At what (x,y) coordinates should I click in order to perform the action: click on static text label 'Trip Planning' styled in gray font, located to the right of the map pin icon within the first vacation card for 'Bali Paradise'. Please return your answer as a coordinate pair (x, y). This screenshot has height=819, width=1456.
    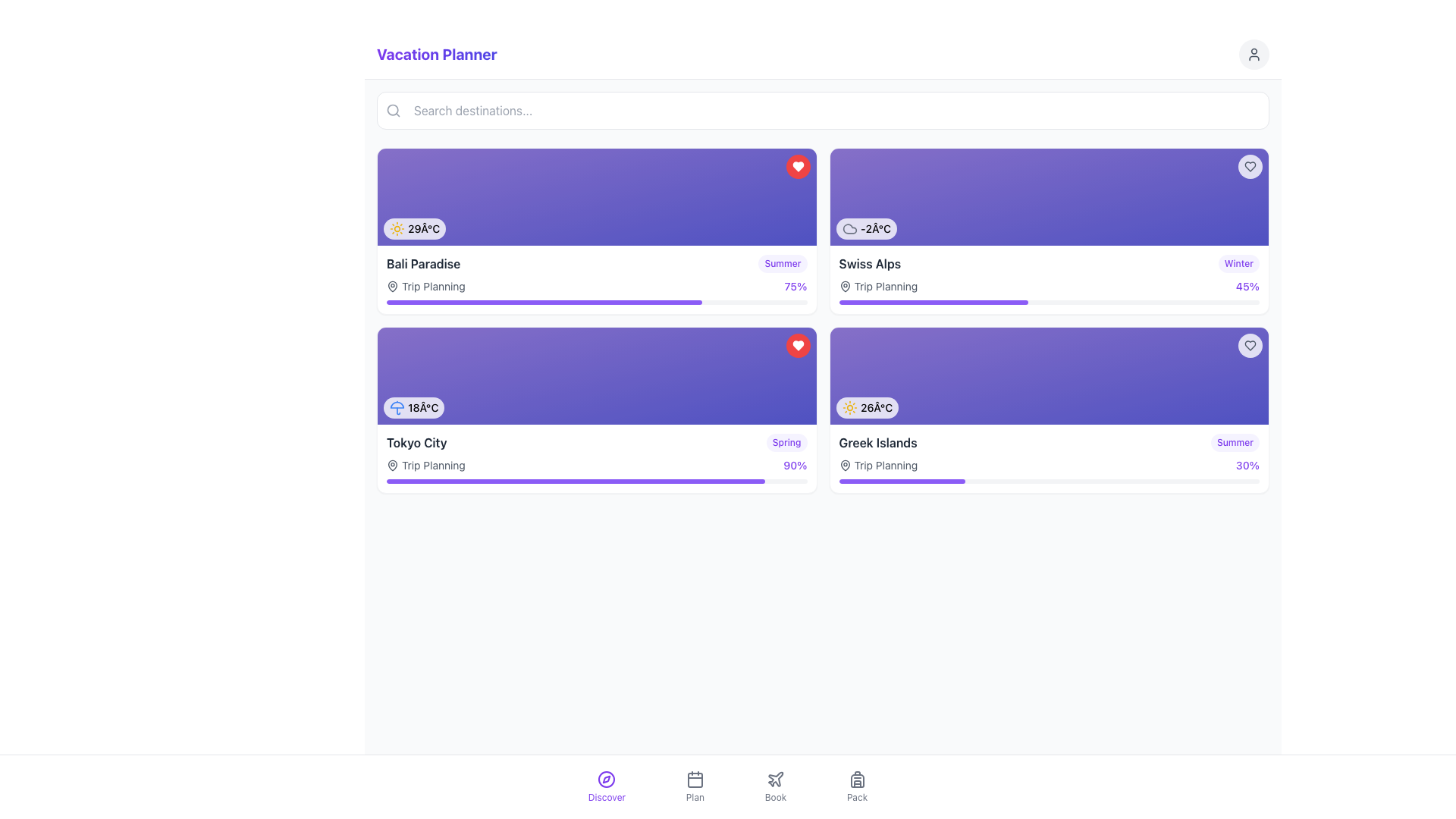
    Looking at the image, I should click on (432, 287).